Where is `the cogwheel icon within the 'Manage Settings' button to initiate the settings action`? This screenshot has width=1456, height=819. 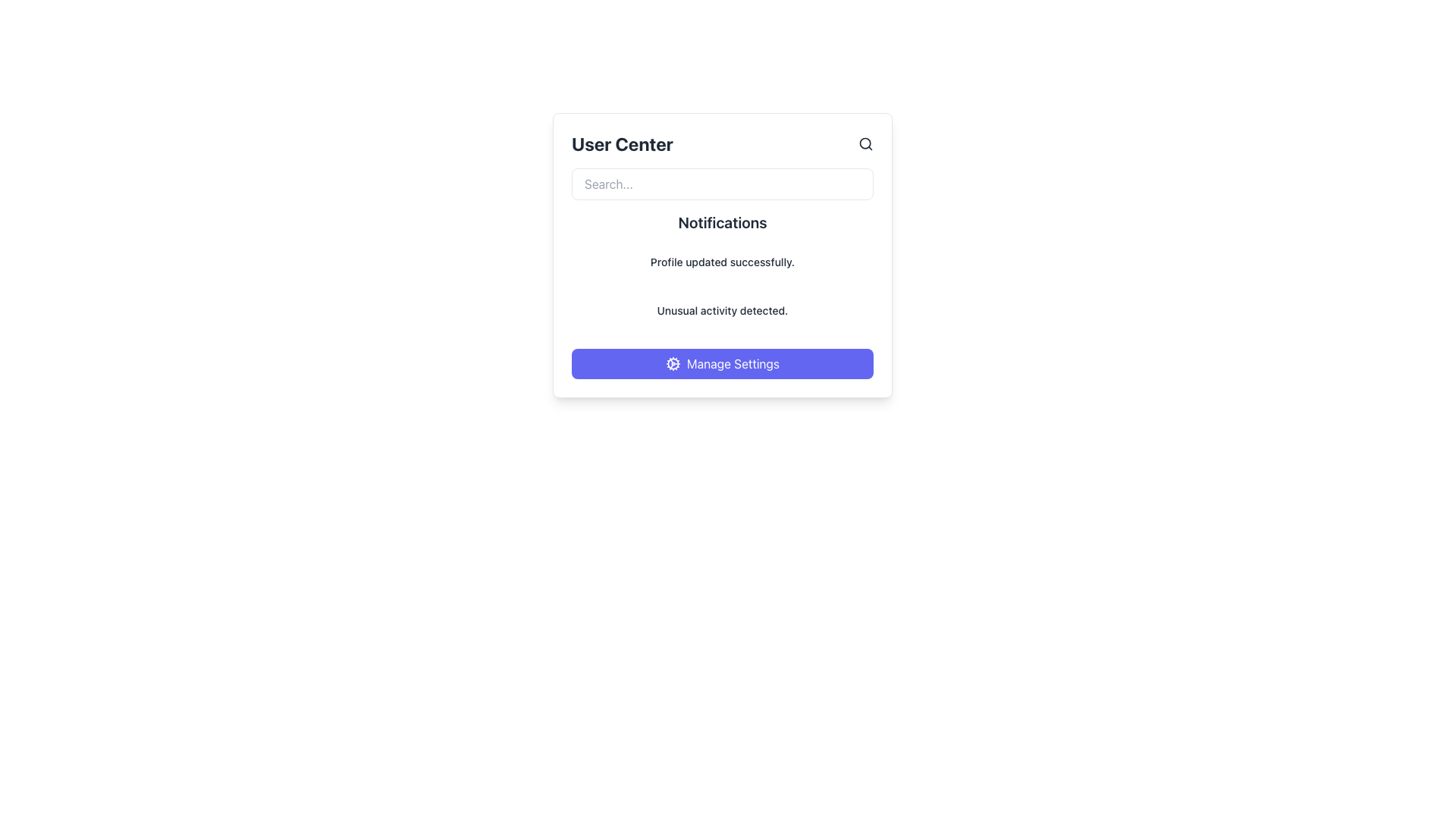 the cogwheel icon within the 'Manage Settings' button to initiate the settings action is located at coordinates (673, 363).